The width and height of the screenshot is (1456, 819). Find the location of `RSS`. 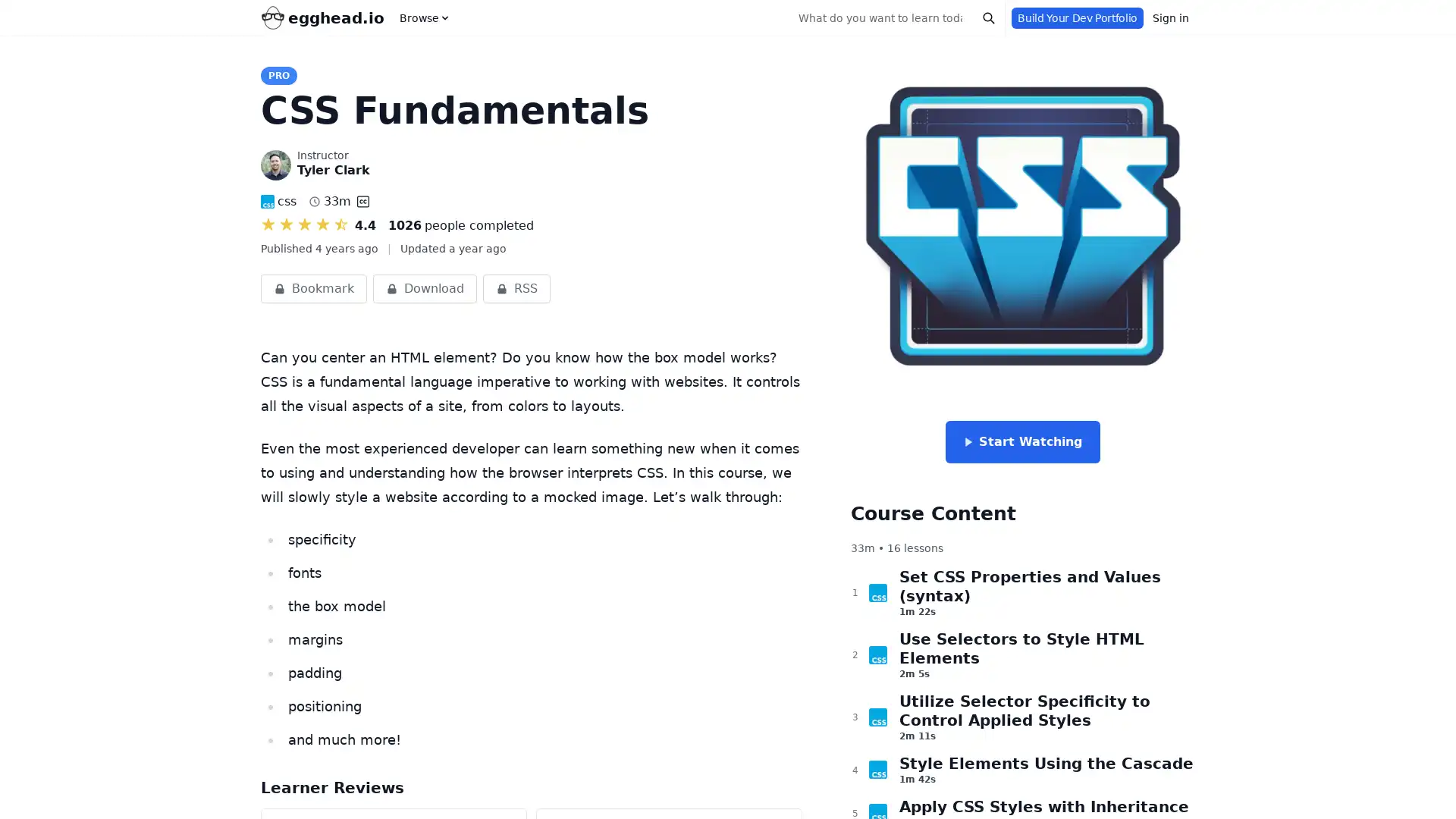

RSS is located at coordinates (516, 288).